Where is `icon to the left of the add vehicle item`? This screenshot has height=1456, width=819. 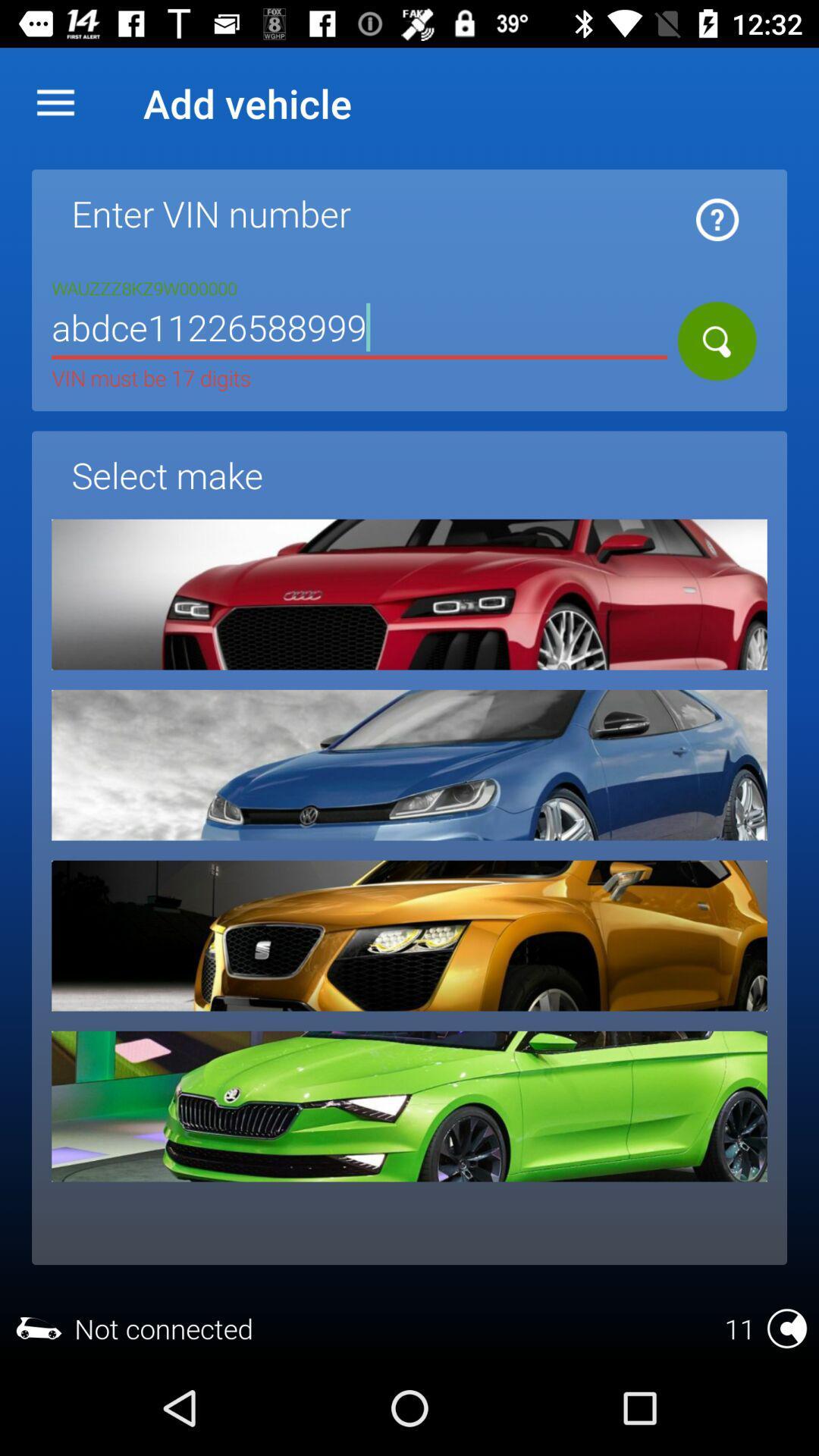 icon to the left of the add vehicle item is located at coordinates (55, 102).